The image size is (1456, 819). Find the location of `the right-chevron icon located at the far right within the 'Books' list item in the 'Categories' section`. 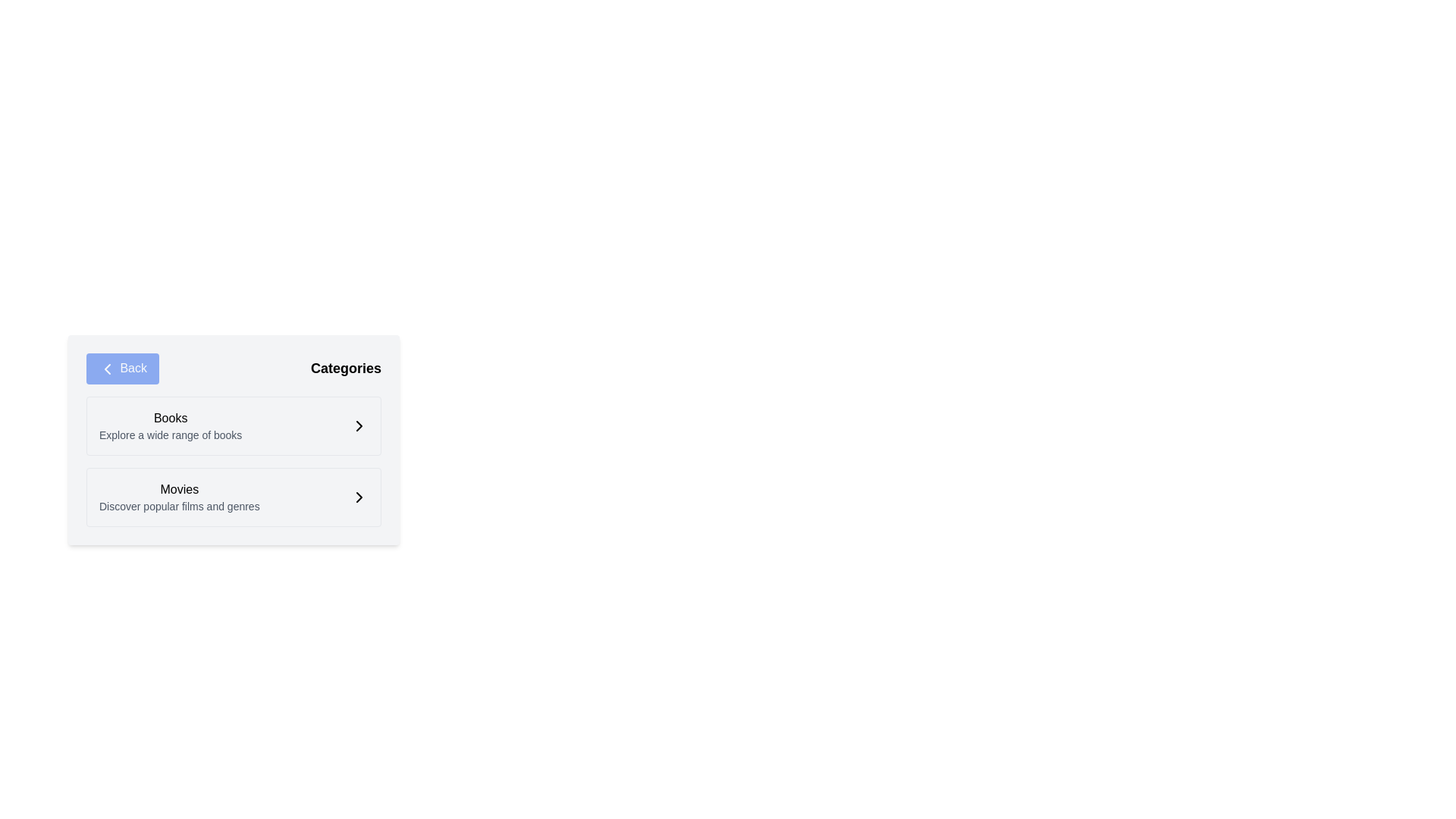

the right-chevron icon located at the far right within the 'Books' list item in the 'Categories' section is located at coordinates (359, 425).